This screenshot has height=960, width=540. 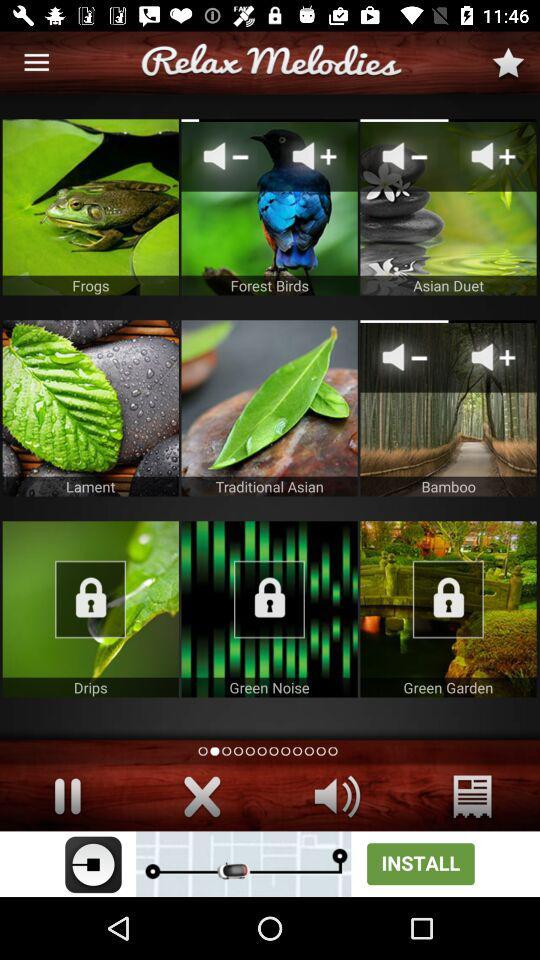 I want to click on stop button, so click(x=67, y=796).